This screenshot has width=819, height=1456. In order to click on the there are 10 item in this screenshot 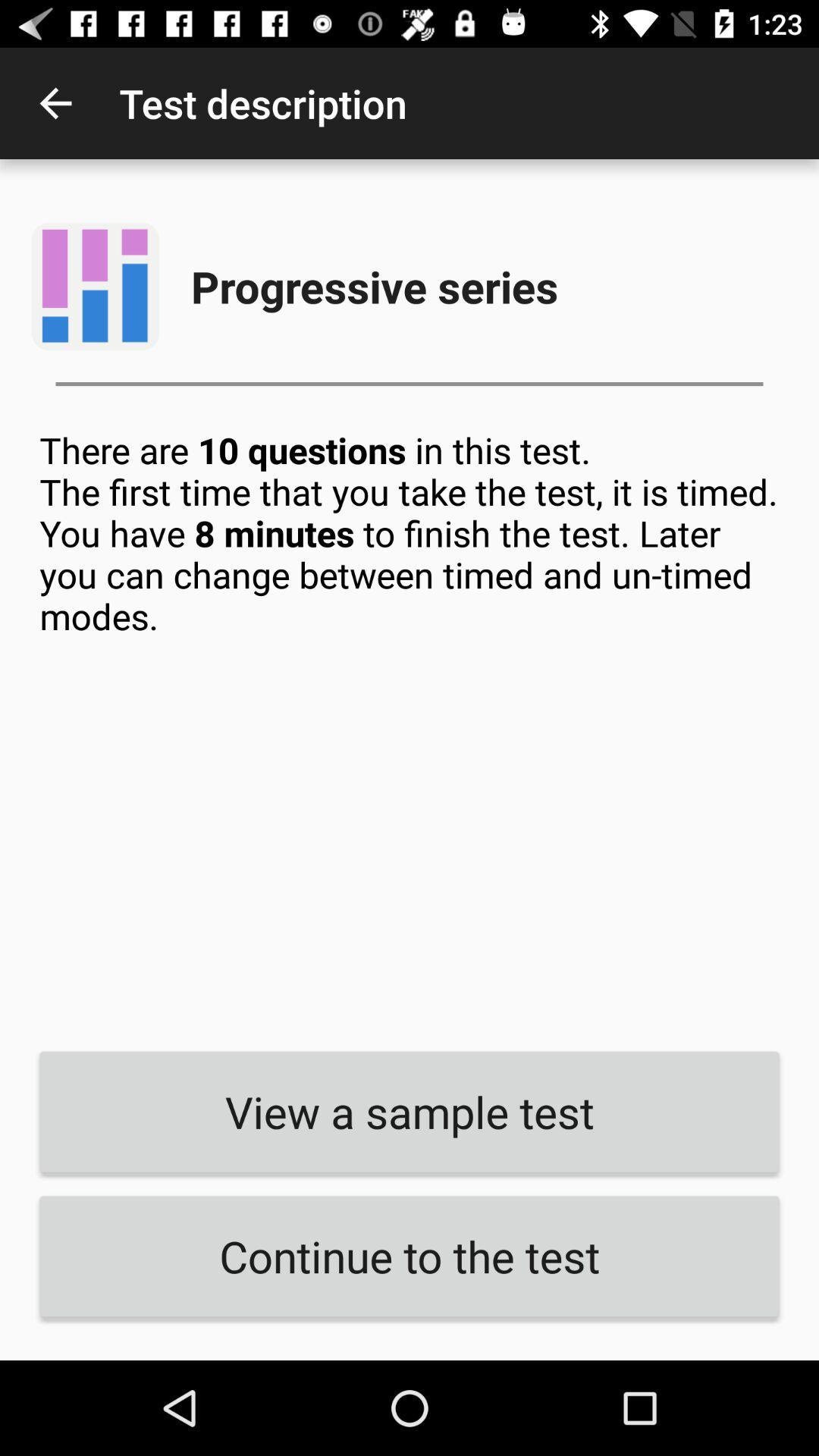, I will do `click(409, 729)`.